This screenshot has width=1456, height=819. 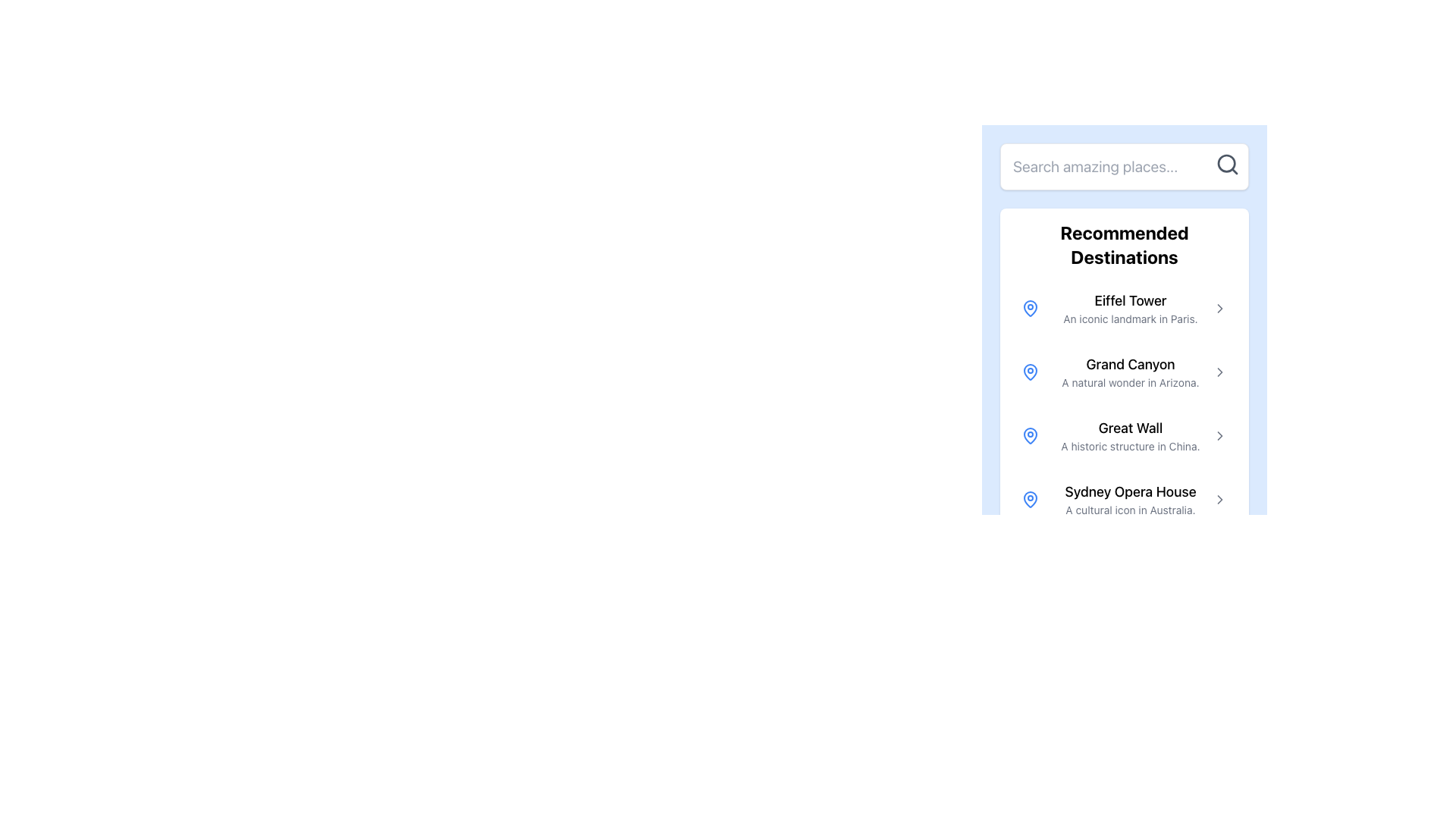 I want to click on the right-pointing chevron icon located to the right of the text 'Grand Canyon A natural wonder in Arizona.' in the 'Recommended Destinations' section, so click(x=1219, y=372).